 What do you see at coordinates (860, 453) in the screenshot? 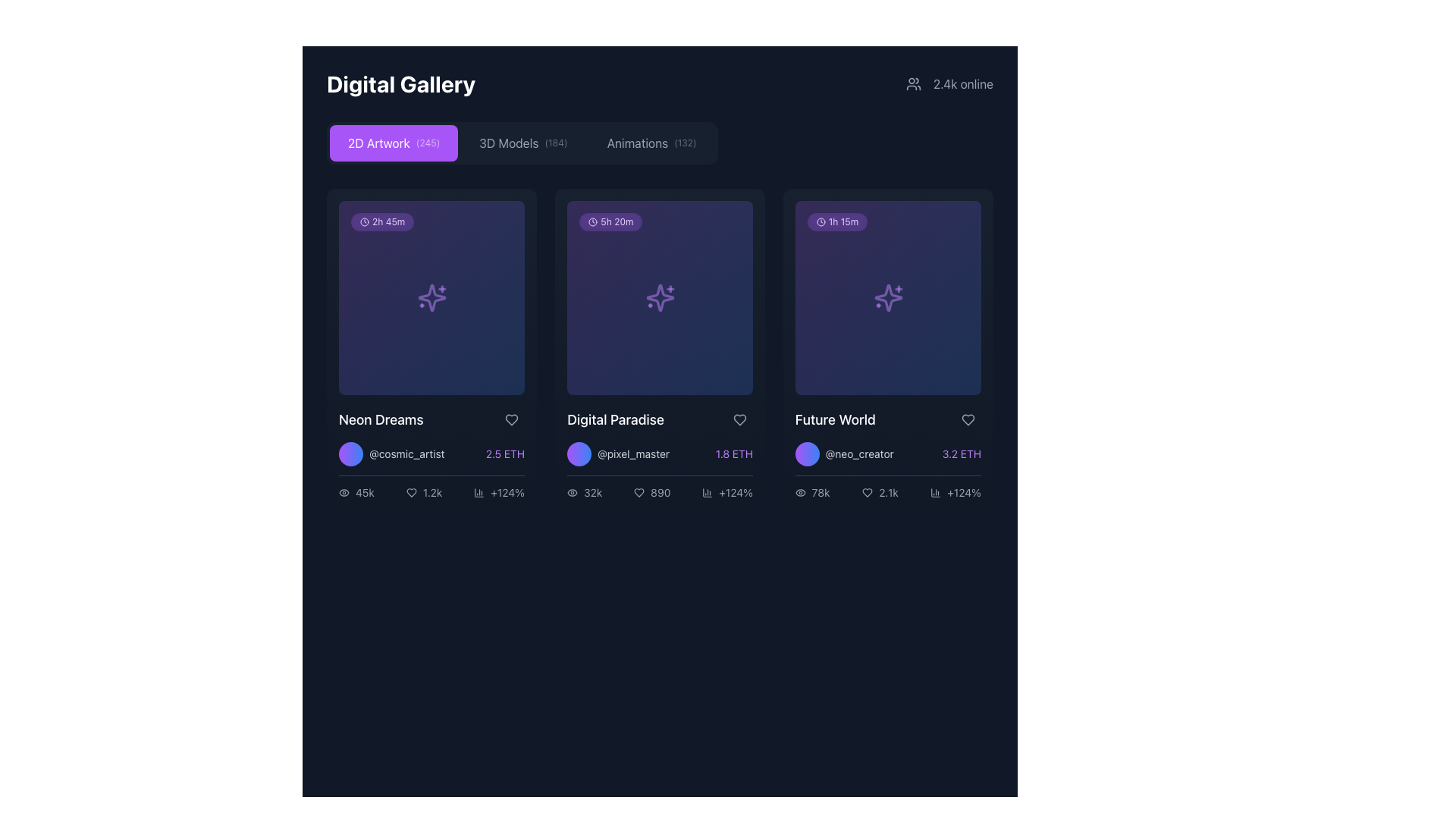
I see `the text label displaying the username '@neo_creator', located in the top right of the grid layout in the 'Future World' item` at bounding box center [860, 453].